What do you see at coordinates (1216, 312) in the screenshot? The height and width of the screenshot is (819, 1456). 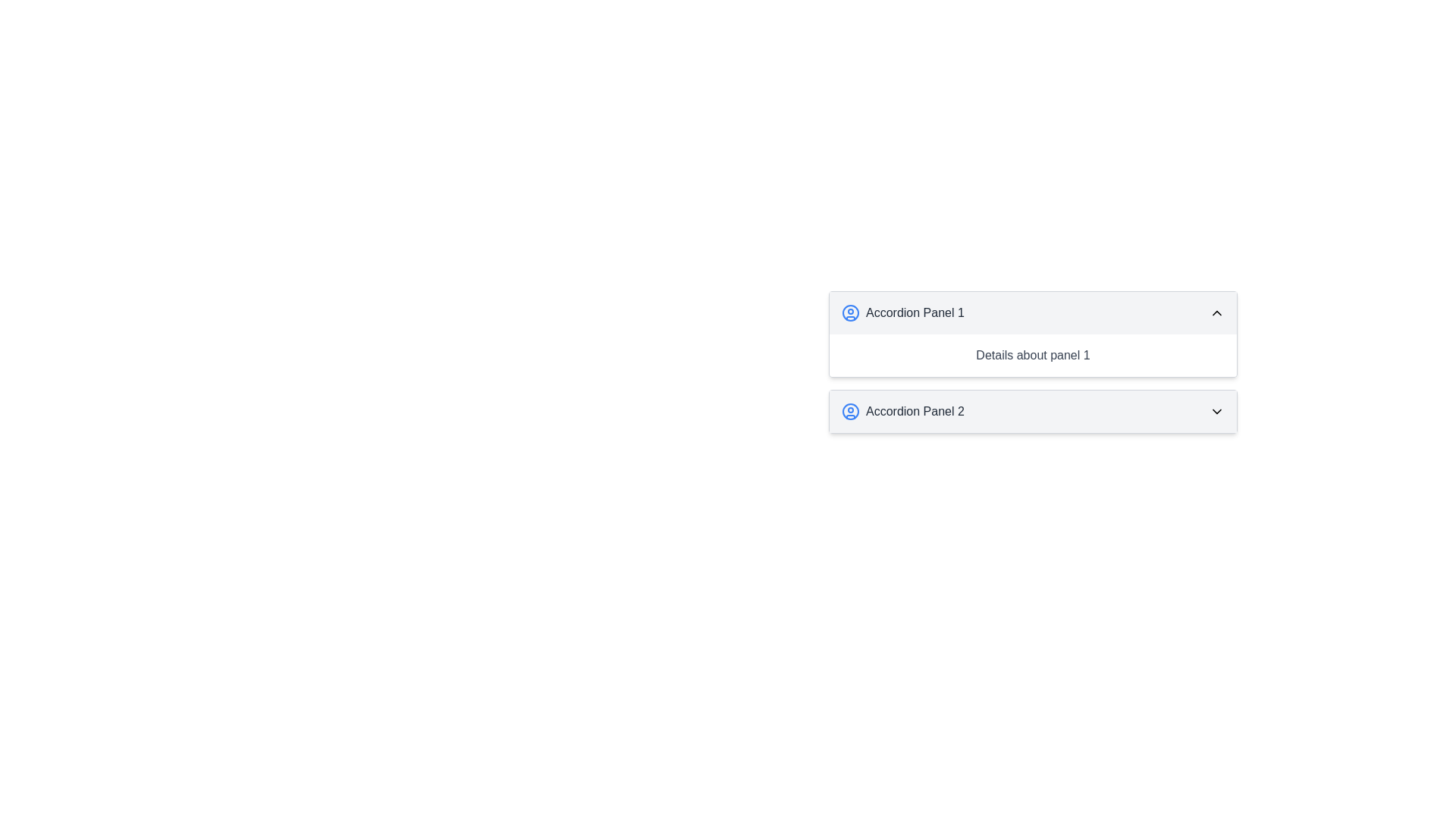 I see `the chevron-up icon located at the far right end of the 'Accordion Panel 1' header` at bounding box center [1216, 312].